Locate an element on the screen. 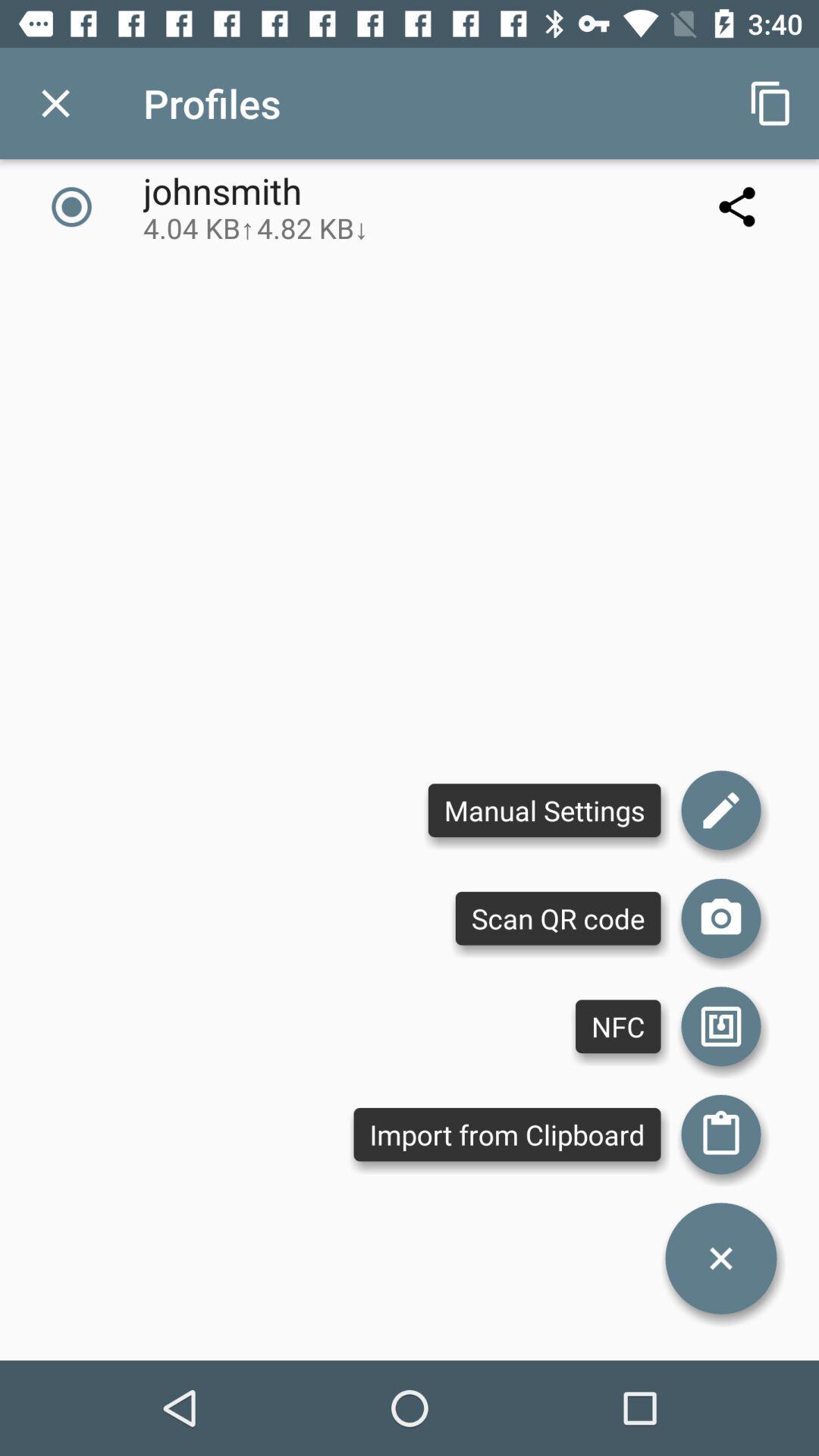 The image size is (819, 1456). item to the right of the johnsmith 4 04 icon is located at coordinates (771, 102).